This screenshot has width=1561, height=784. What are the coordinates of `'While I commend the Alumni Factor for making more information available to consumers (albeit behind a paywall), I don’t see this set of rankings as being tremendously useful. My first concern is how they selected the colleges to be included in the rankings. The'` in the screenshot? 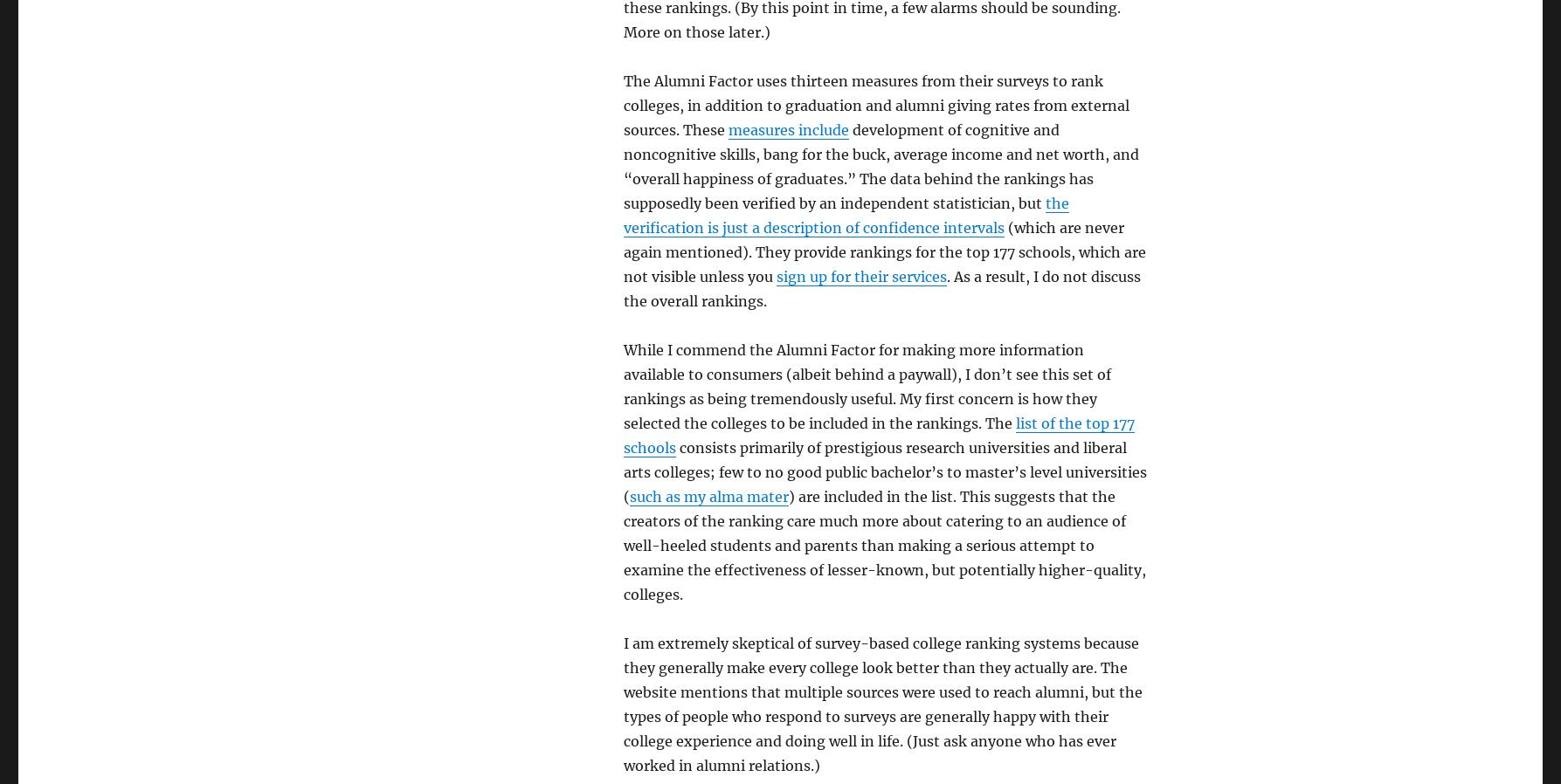 It's located at (865, 386).